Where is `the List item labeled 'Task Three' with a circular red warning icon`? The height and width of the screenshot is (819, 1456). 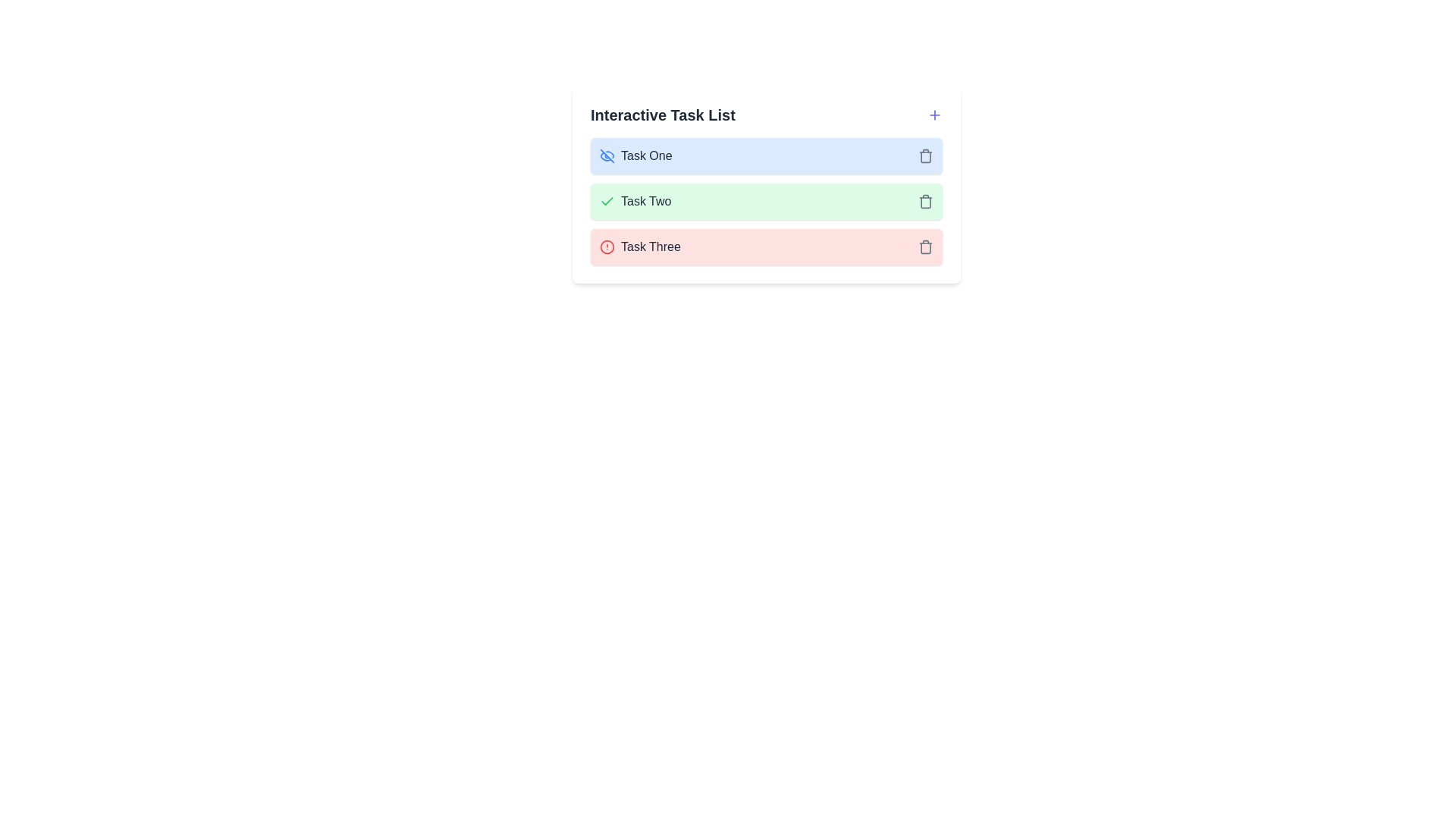 the List item labeled 'Task Three' with a circular red warning icon is located at coordinates (640, 246).